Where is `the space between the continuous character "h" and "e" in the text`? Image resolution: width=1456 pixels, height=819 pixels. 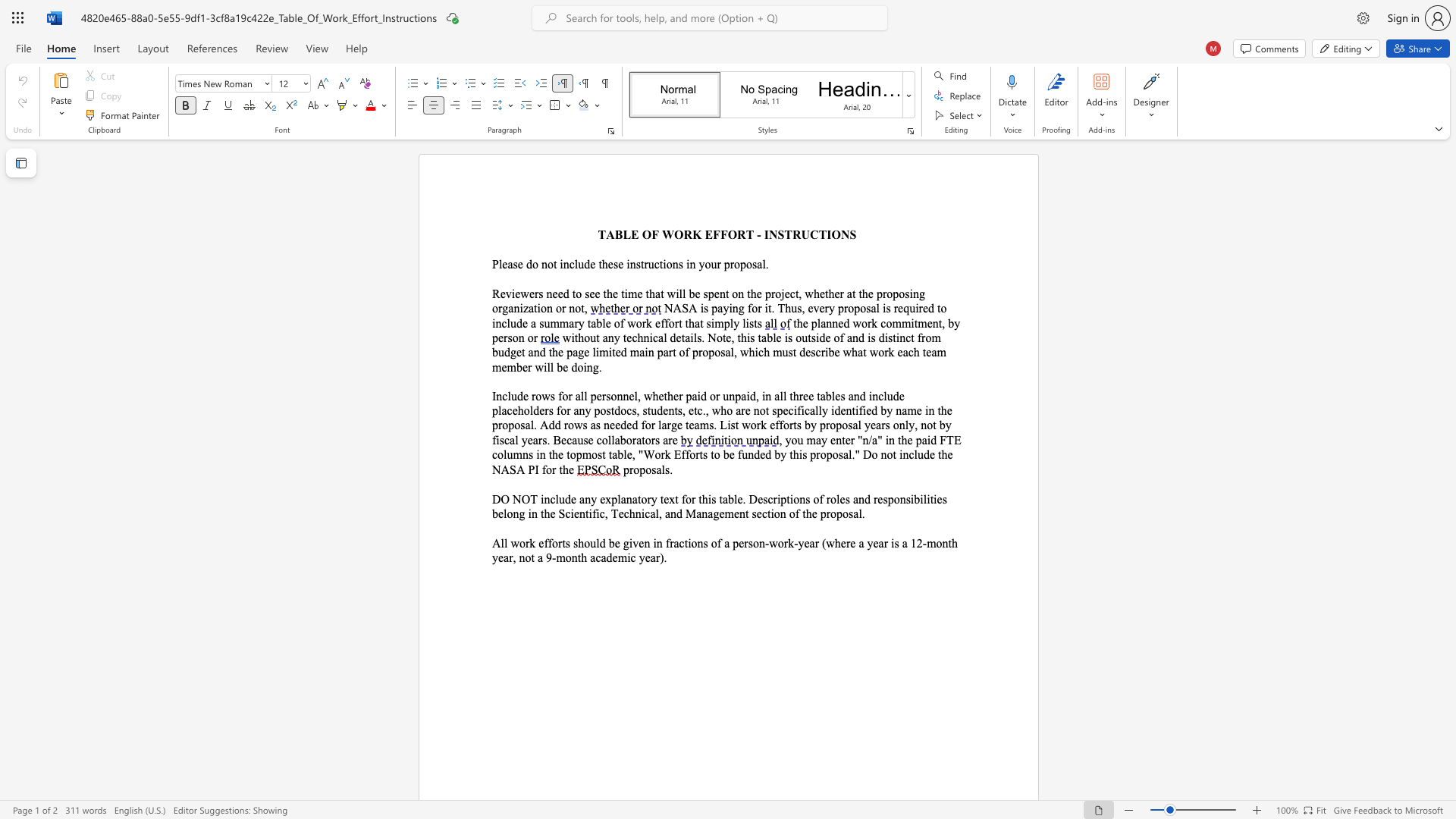 the space between the continuous character "h" and "e" in the text is located at coordinates (607, 263).